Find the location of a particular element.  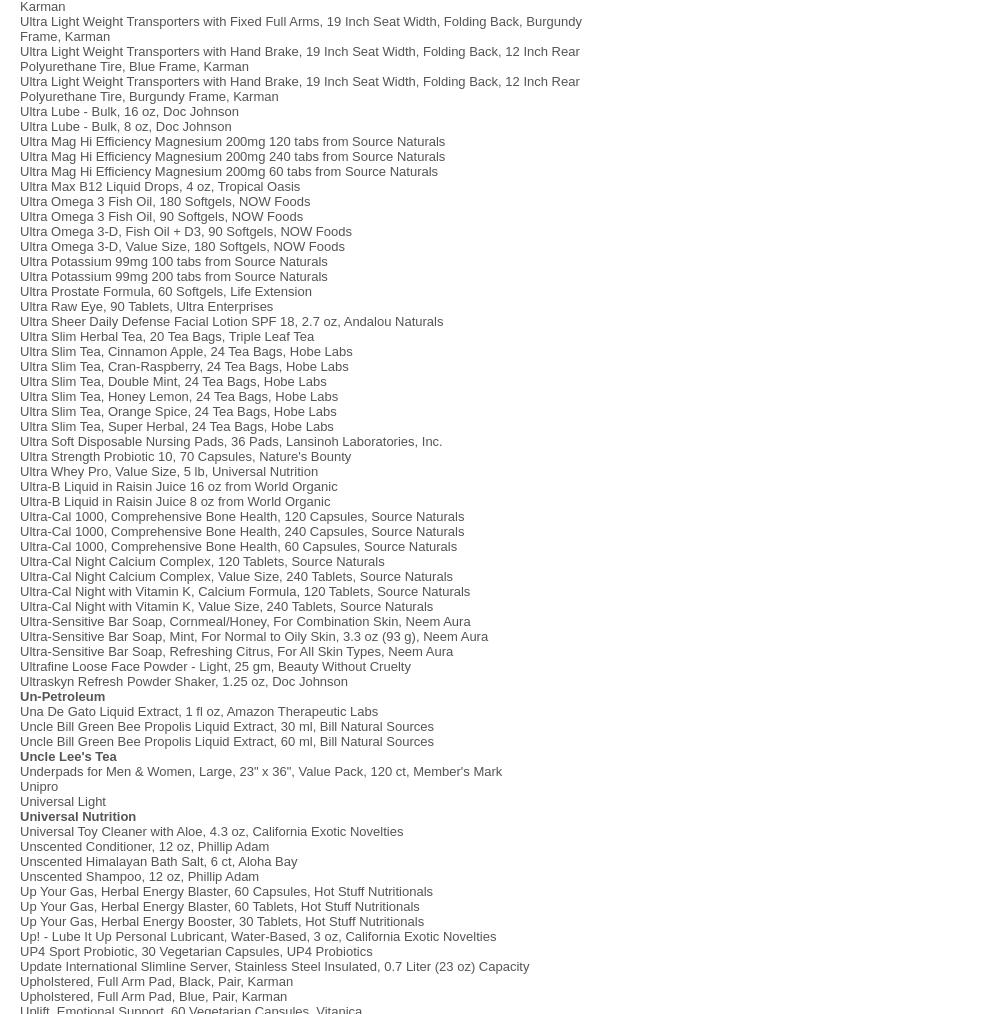

'Ultra Slim Tea, Cran-Raspberry, 24 Tea Bags, Hobe Labs' is located at coordinates (184, 365).